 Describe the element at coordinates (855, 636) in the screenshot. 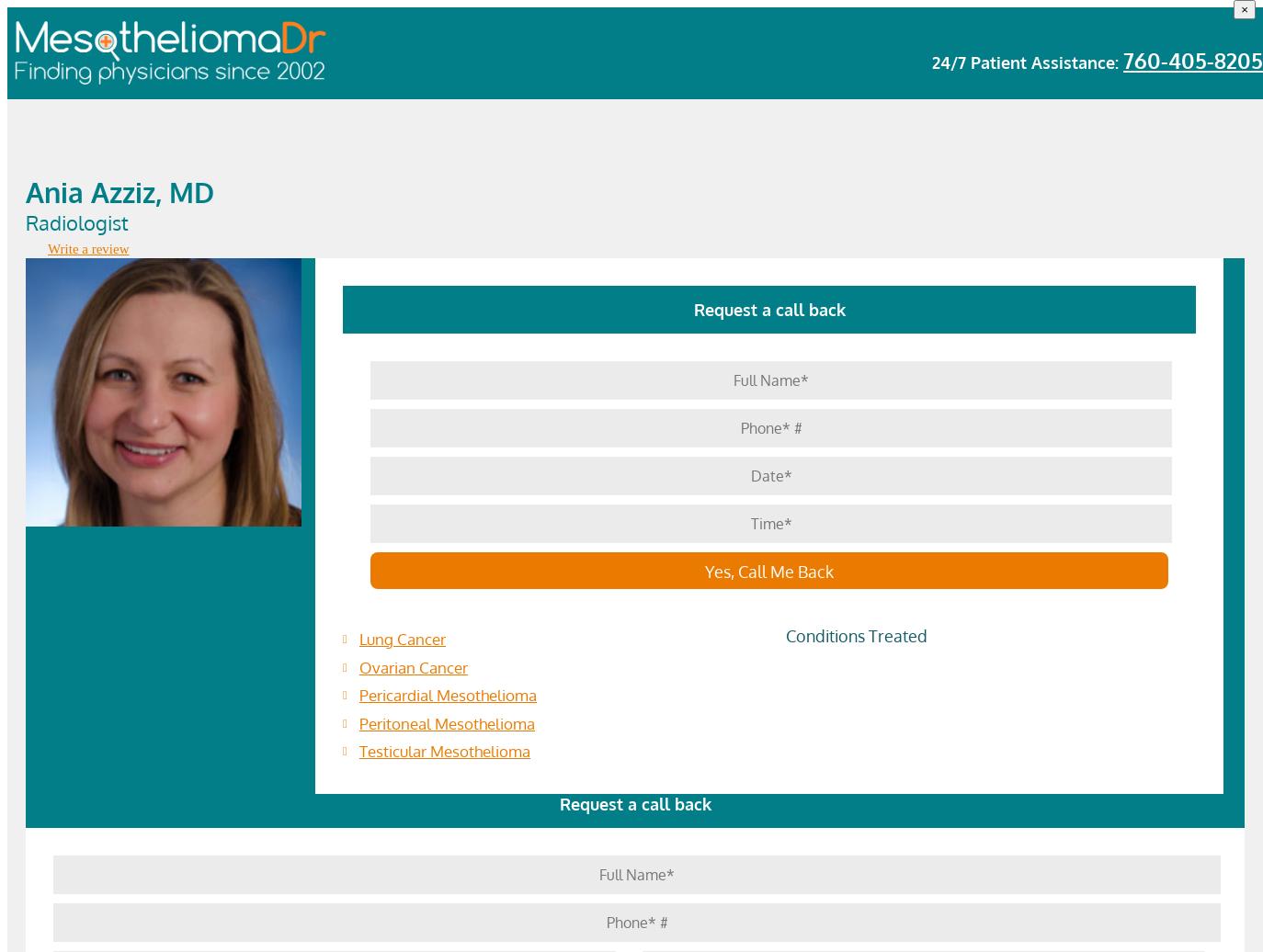

I see `'Conditions Treated'` at that location.